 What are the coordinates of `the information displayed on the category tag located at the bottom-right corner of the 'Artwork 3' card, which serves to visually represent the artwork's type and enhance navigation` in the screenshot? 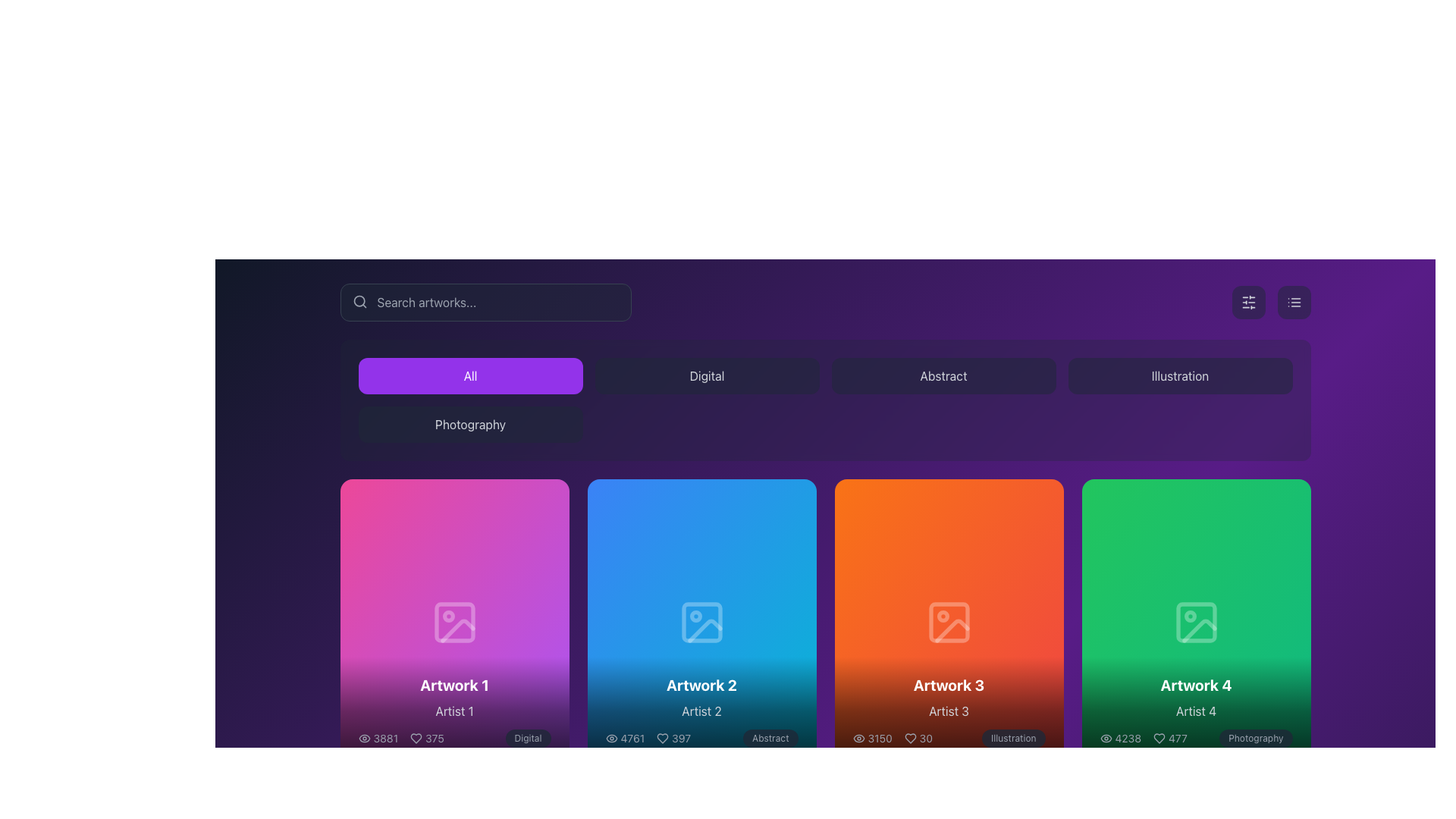 It's located at (1013, 737).